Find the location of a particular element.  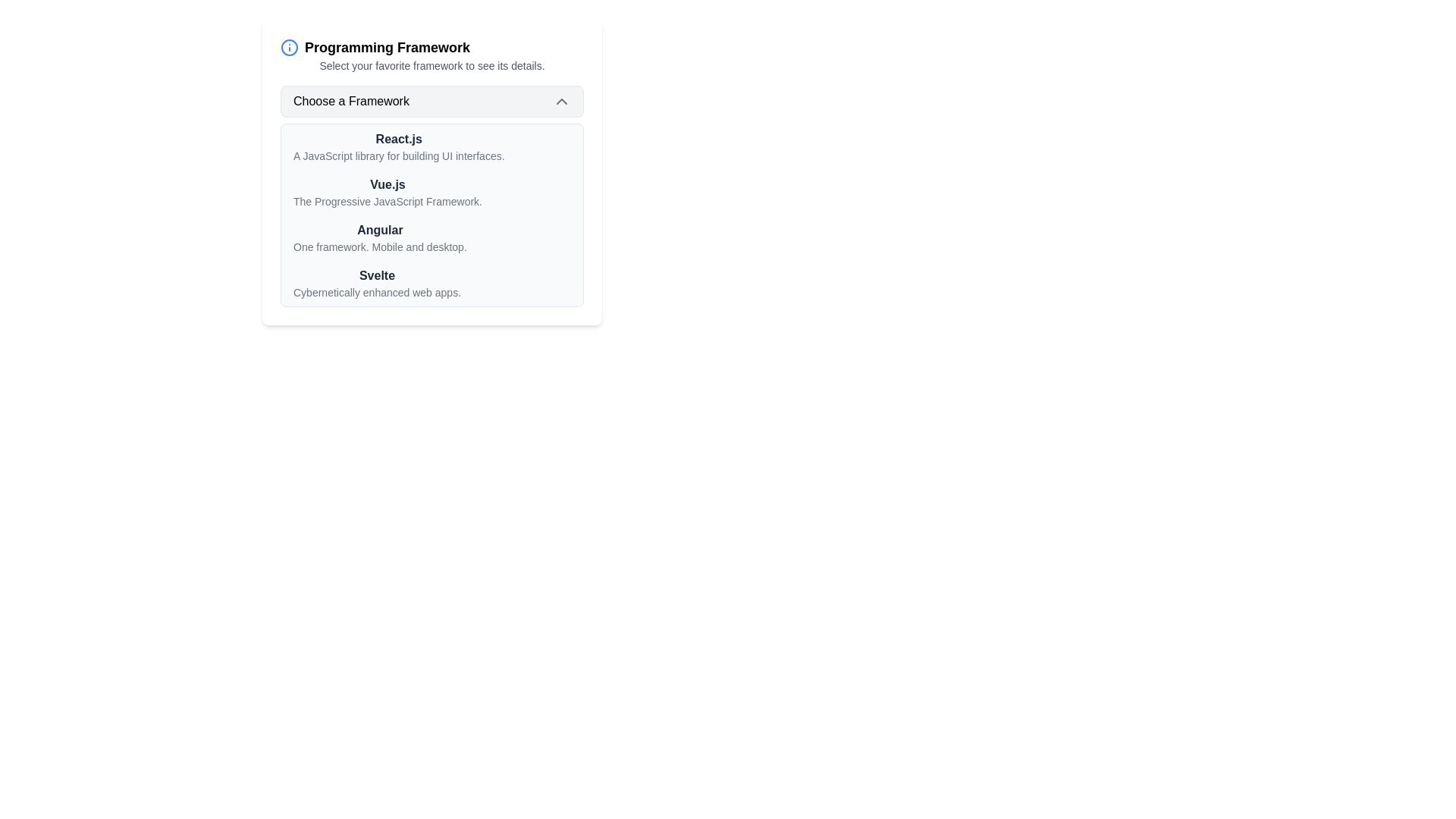

the descriptive text element located below the 'Angular' label, which emphasizes Angular's cross-platform capabilities for mobile and desktop development is located at coordinates (380, 246).